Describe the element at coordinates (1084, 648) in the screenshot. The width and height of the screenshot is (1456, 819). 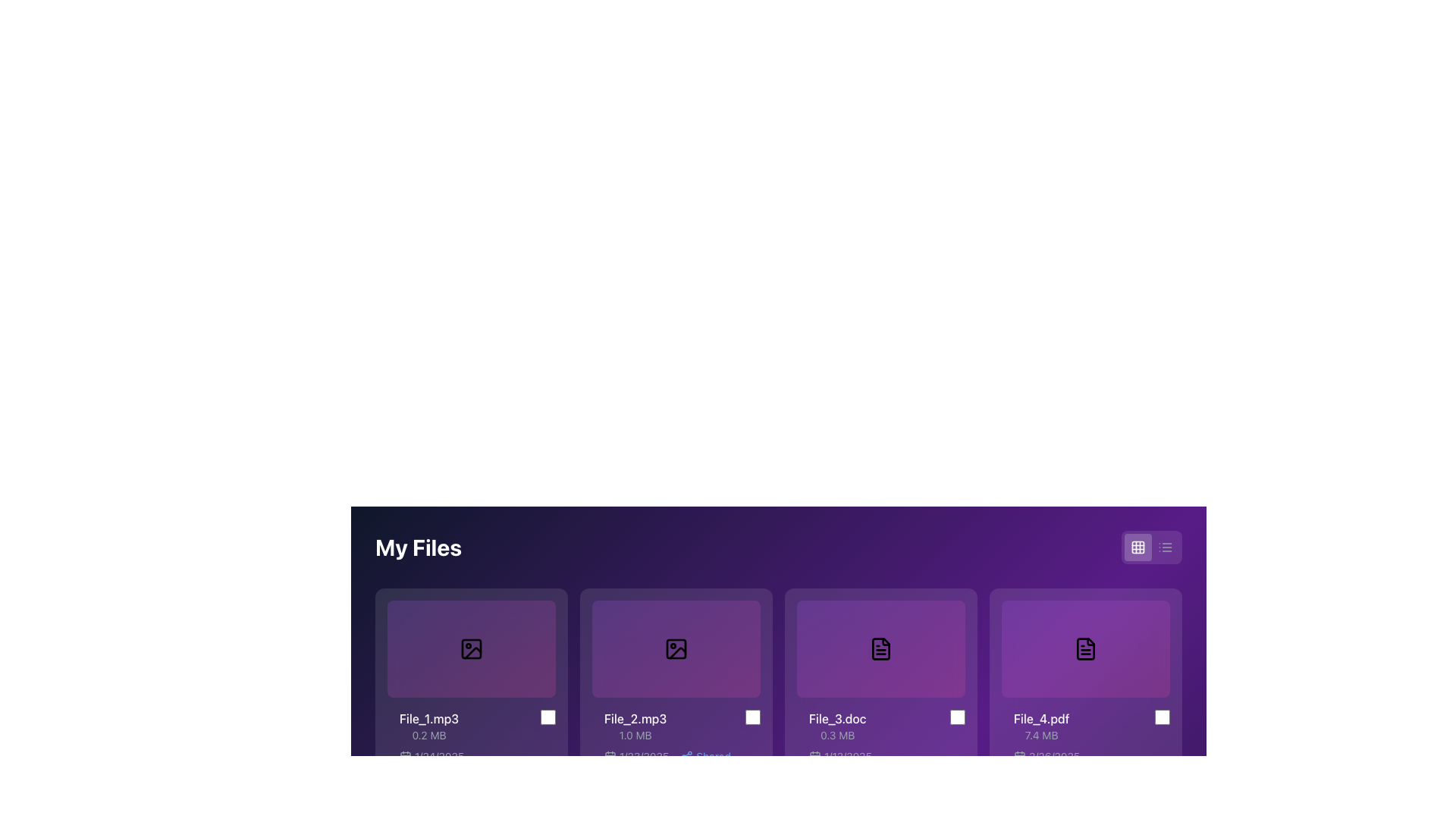
I see `the purple rectangular card with a black document icon in the center` at that location.